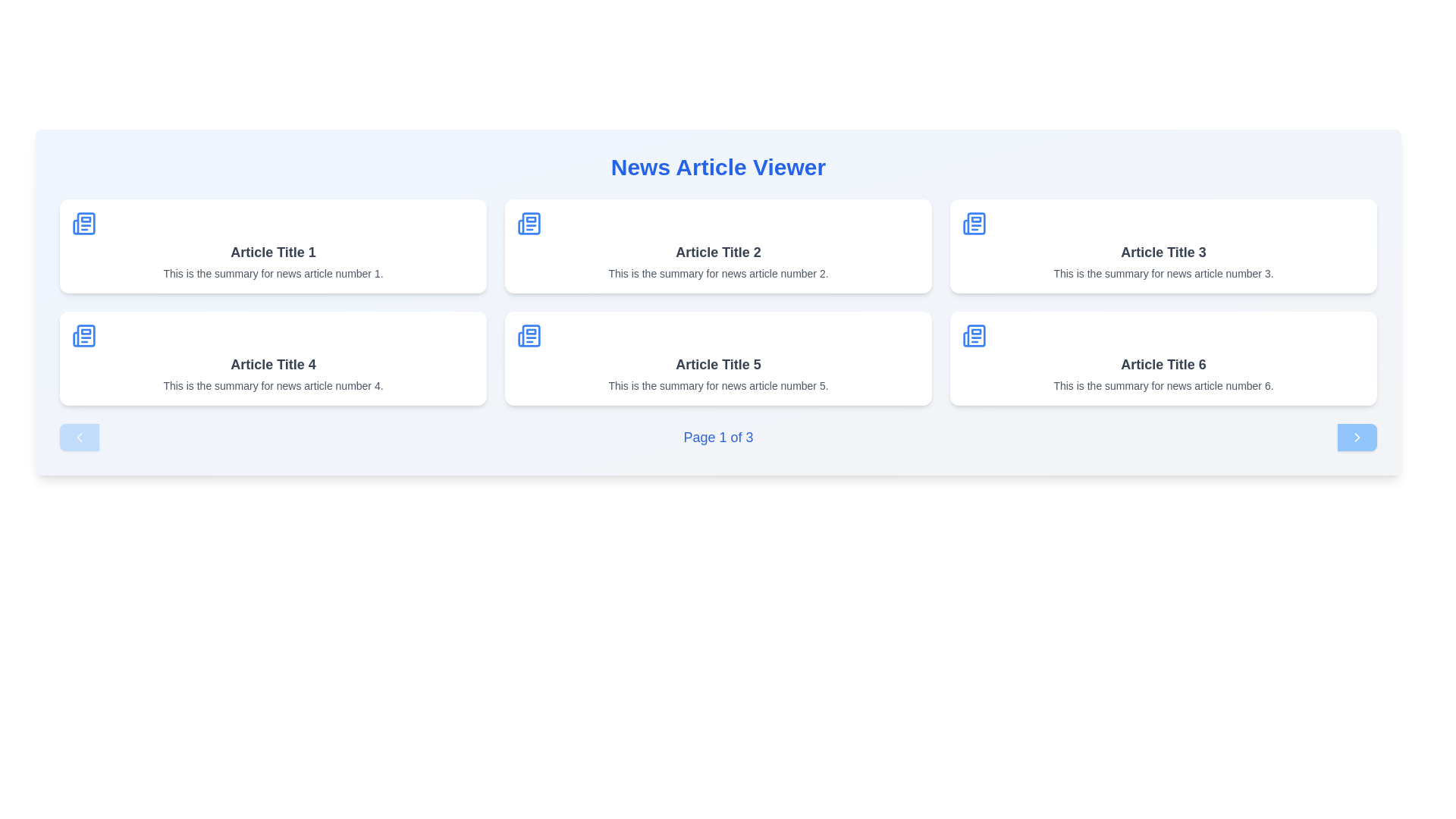 The image size is (1456, 819). Describe the element at coordinates (1163, 274) in the screenshot. I see `summary text content located in the third column of the first row in a 2x3 grid layout, specifically beneath the title of Article Title 3` at that location.